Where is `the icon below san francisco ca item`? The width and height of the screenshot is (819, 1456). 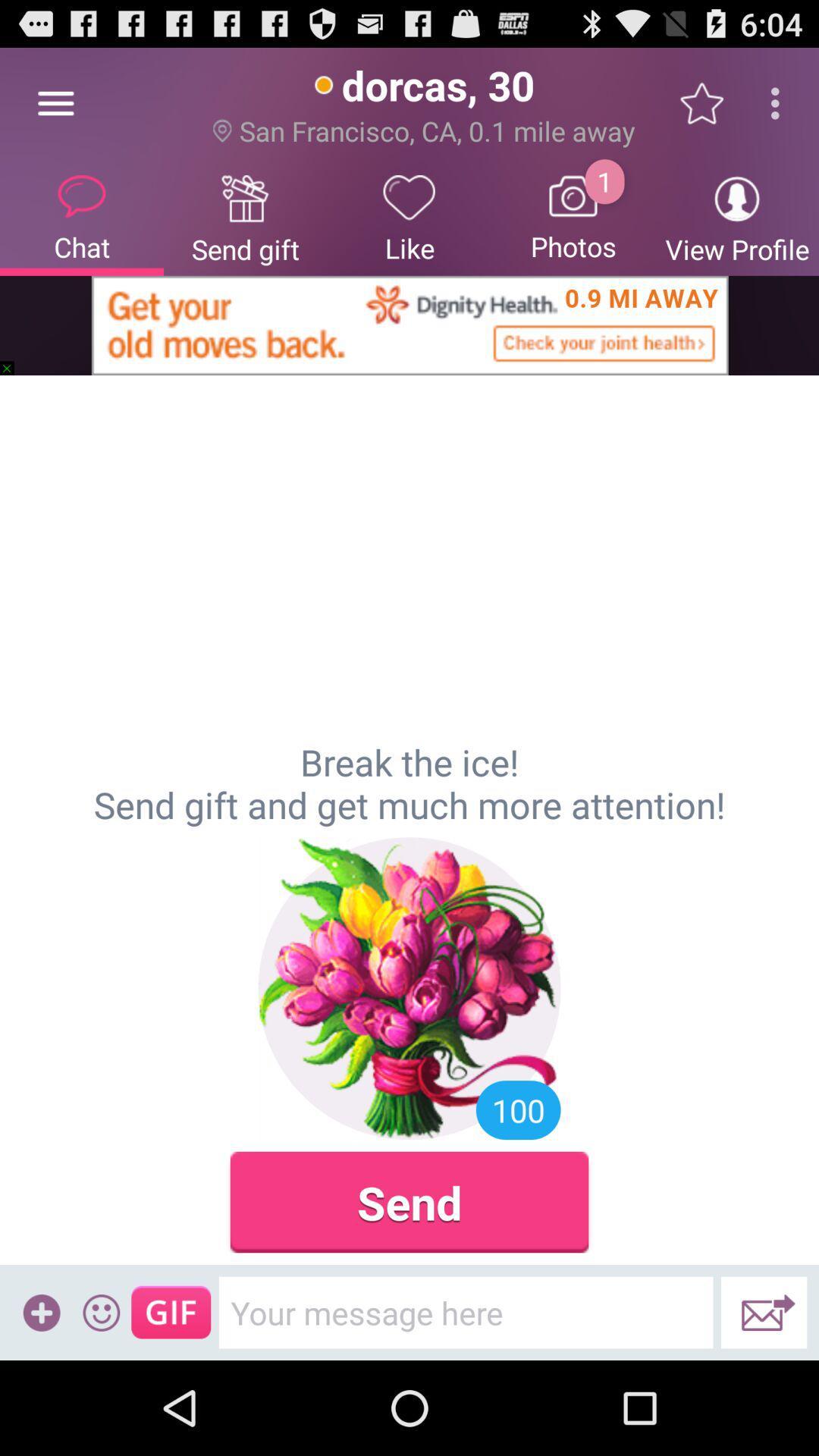 the icon below san francisco ca item is located at coordinates (573, 216).